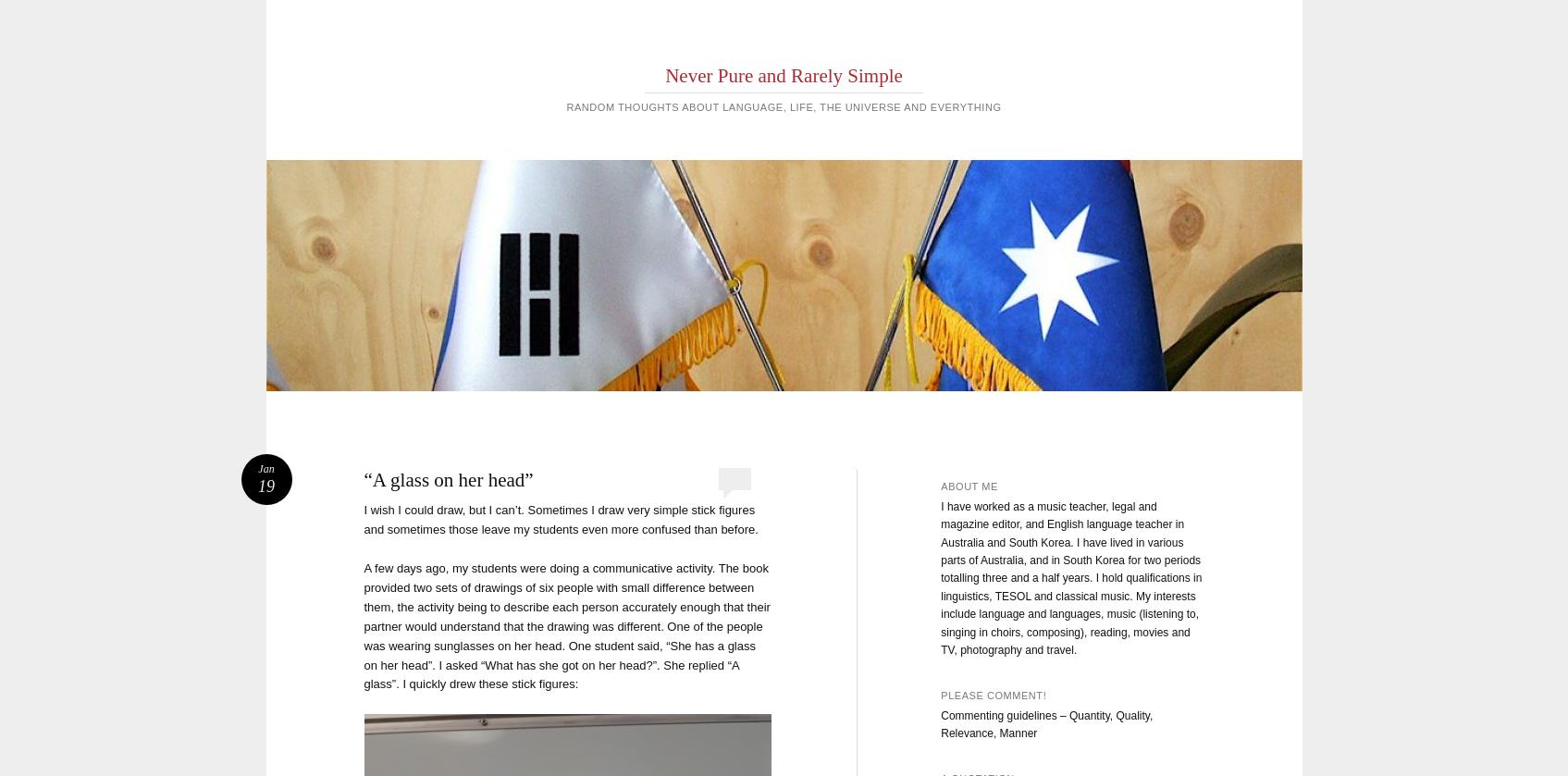 This screenshot has width=1568, height=776. I want to click on 'Commenting guidelines – Quantity, Quality, Relevance, Manner', so click(1045, 723).